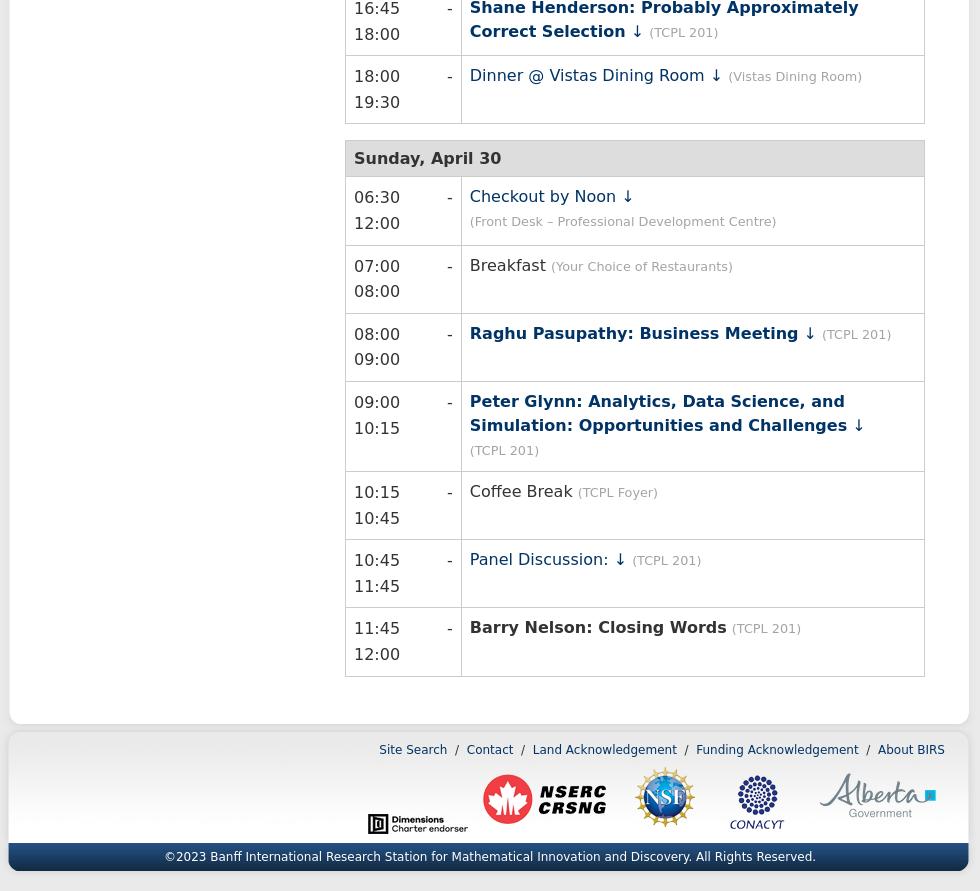 The width and height of the screenshot is (980, 891). I want to click on 'Land Acknowledgement', so click(603, 748).